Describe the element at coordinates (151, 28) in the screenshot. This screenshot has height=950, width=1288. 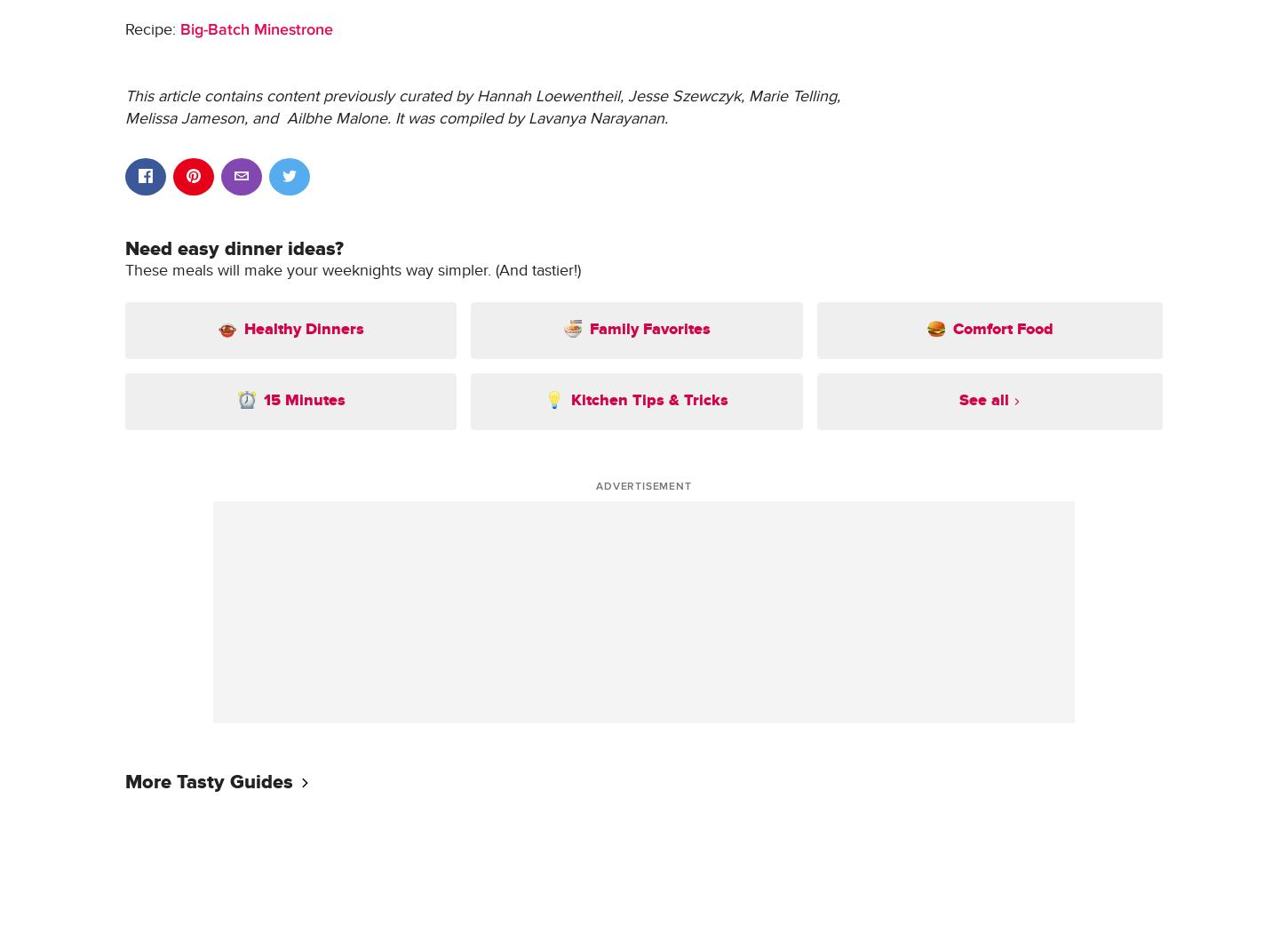
I see `'Recipe:'` at that location.